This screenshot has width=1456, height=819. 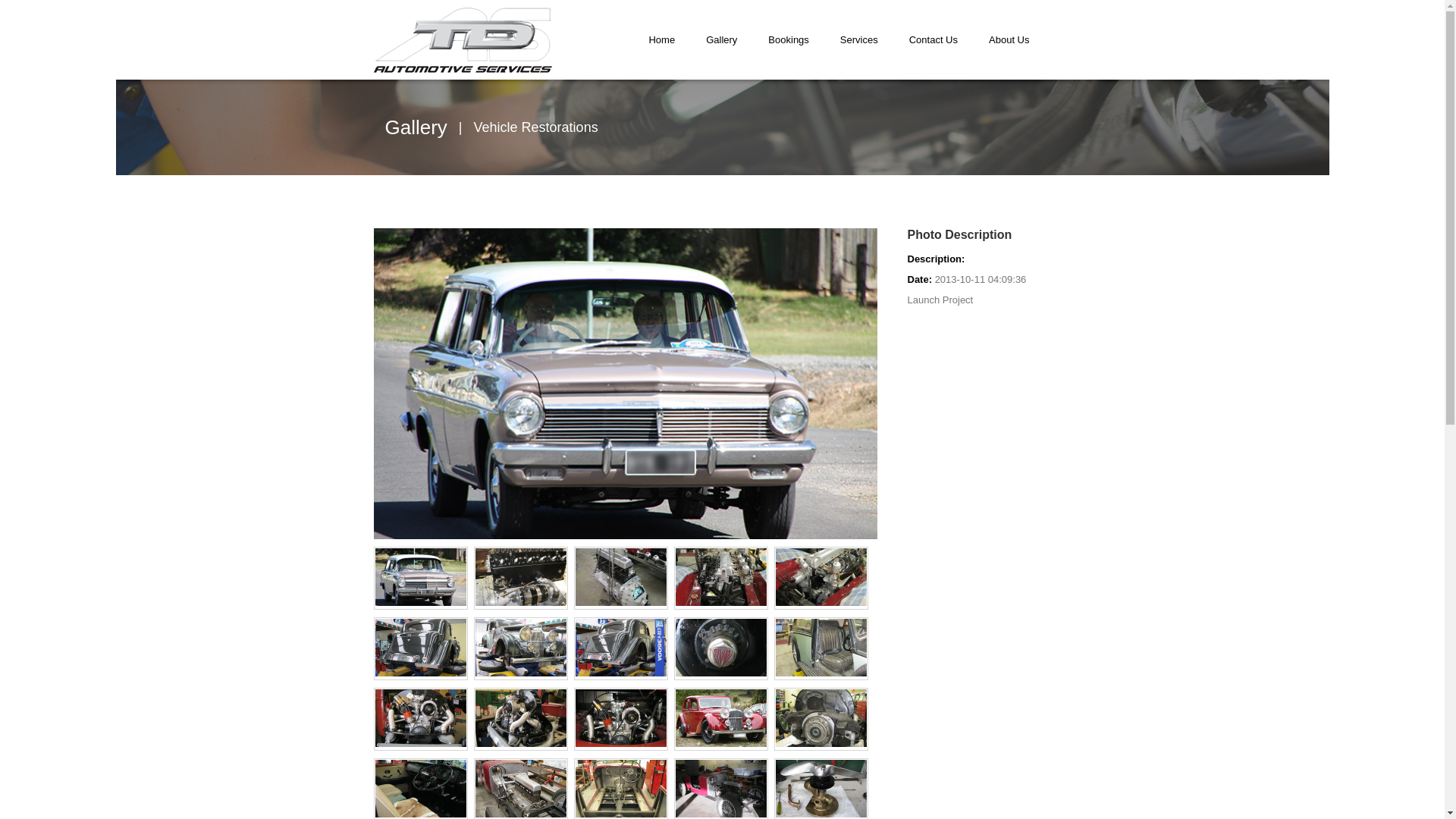 What do you see at coordinates (858, 39) in the screenshot?
I see `'Services'` at bounding box center [858, 39].